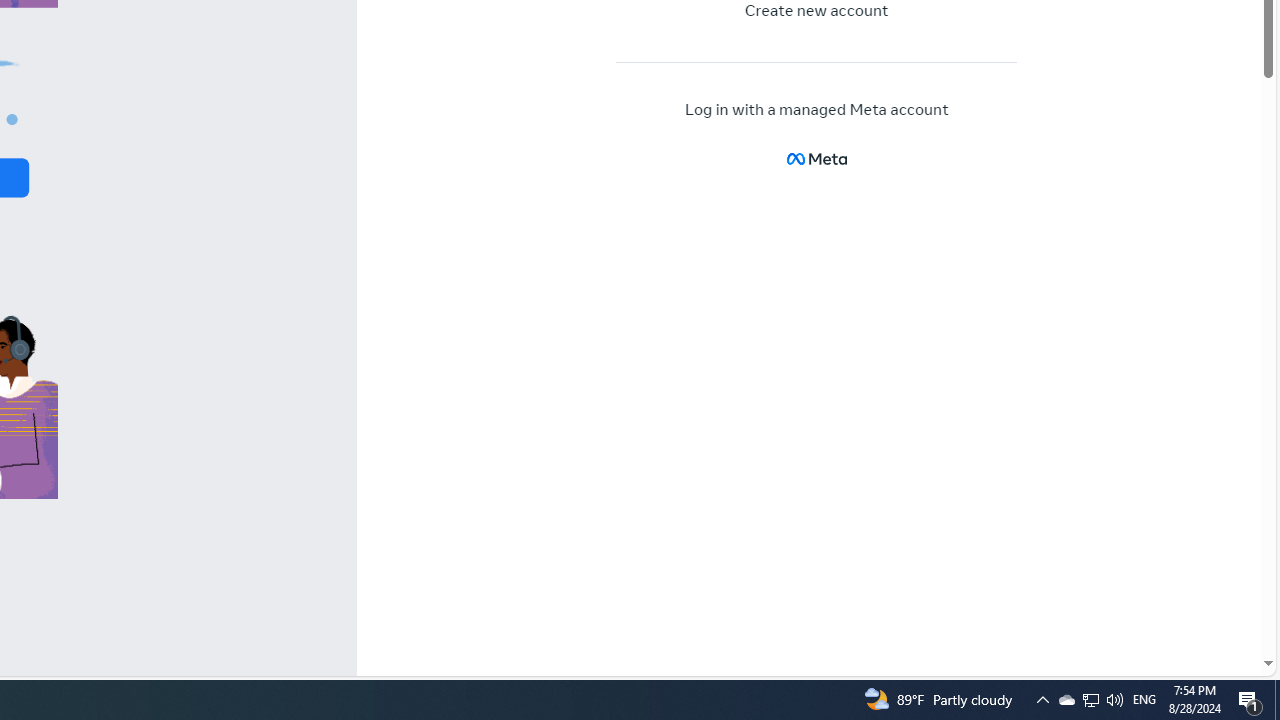 The height and width of the screenshot is (720, 1280). I want to click on 'Meta logo', so click(816, 157).